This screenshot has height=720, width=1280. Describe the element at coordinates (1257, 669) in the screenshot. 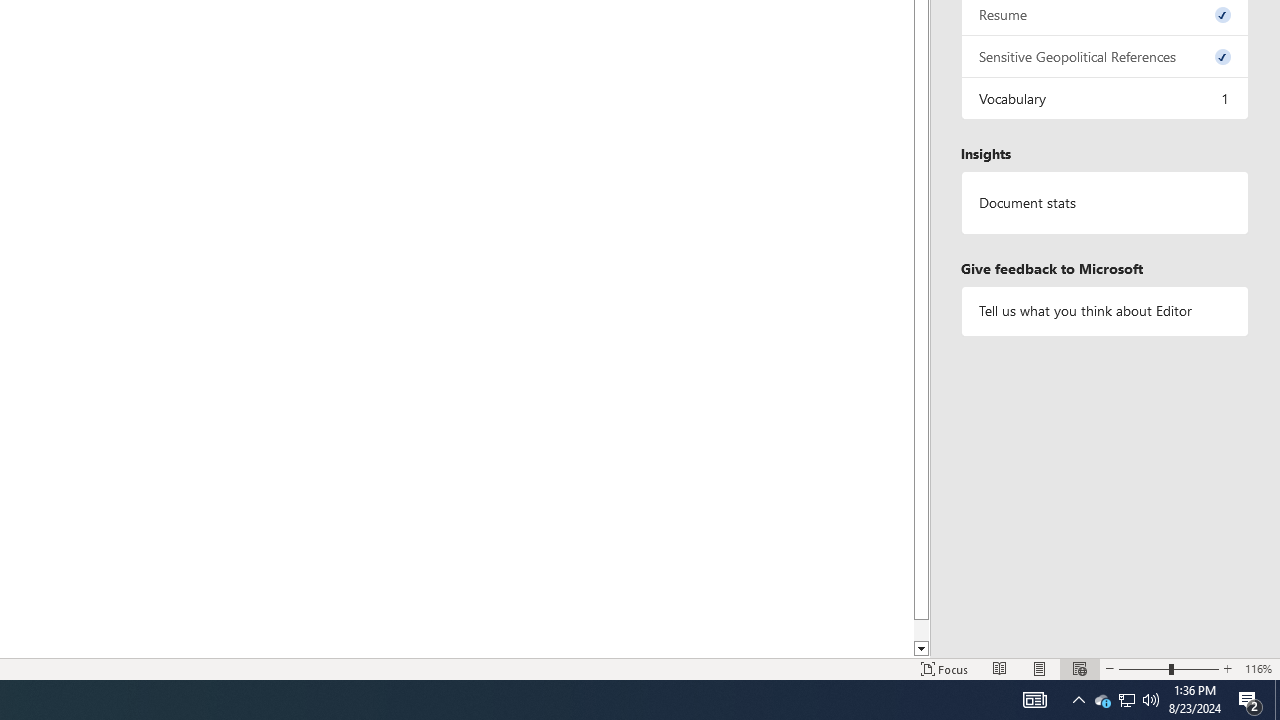

I see `'Zoom 116%'` at that location.